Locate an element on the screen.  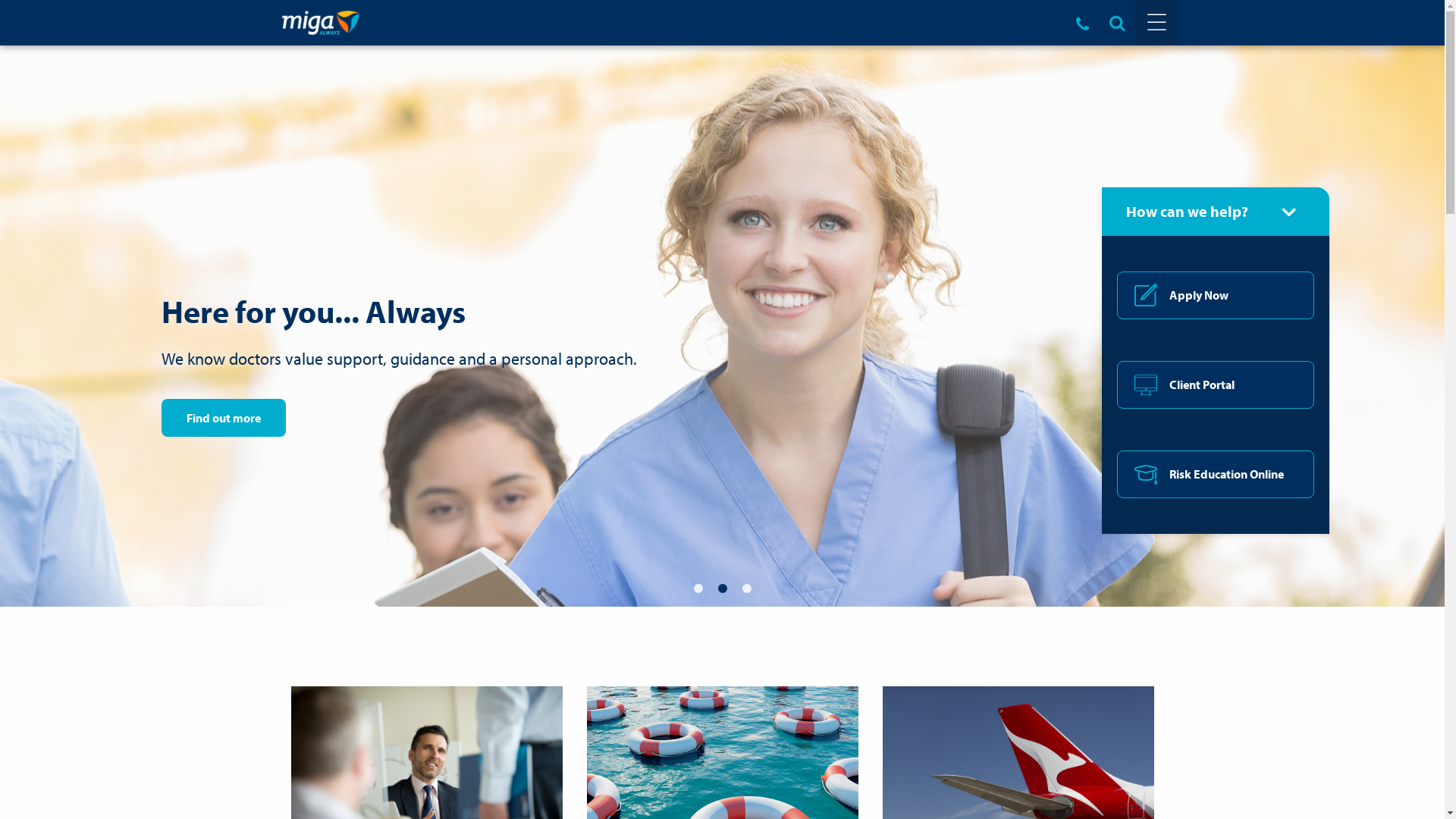
'Find out more' is located at coordinates (221, 418).